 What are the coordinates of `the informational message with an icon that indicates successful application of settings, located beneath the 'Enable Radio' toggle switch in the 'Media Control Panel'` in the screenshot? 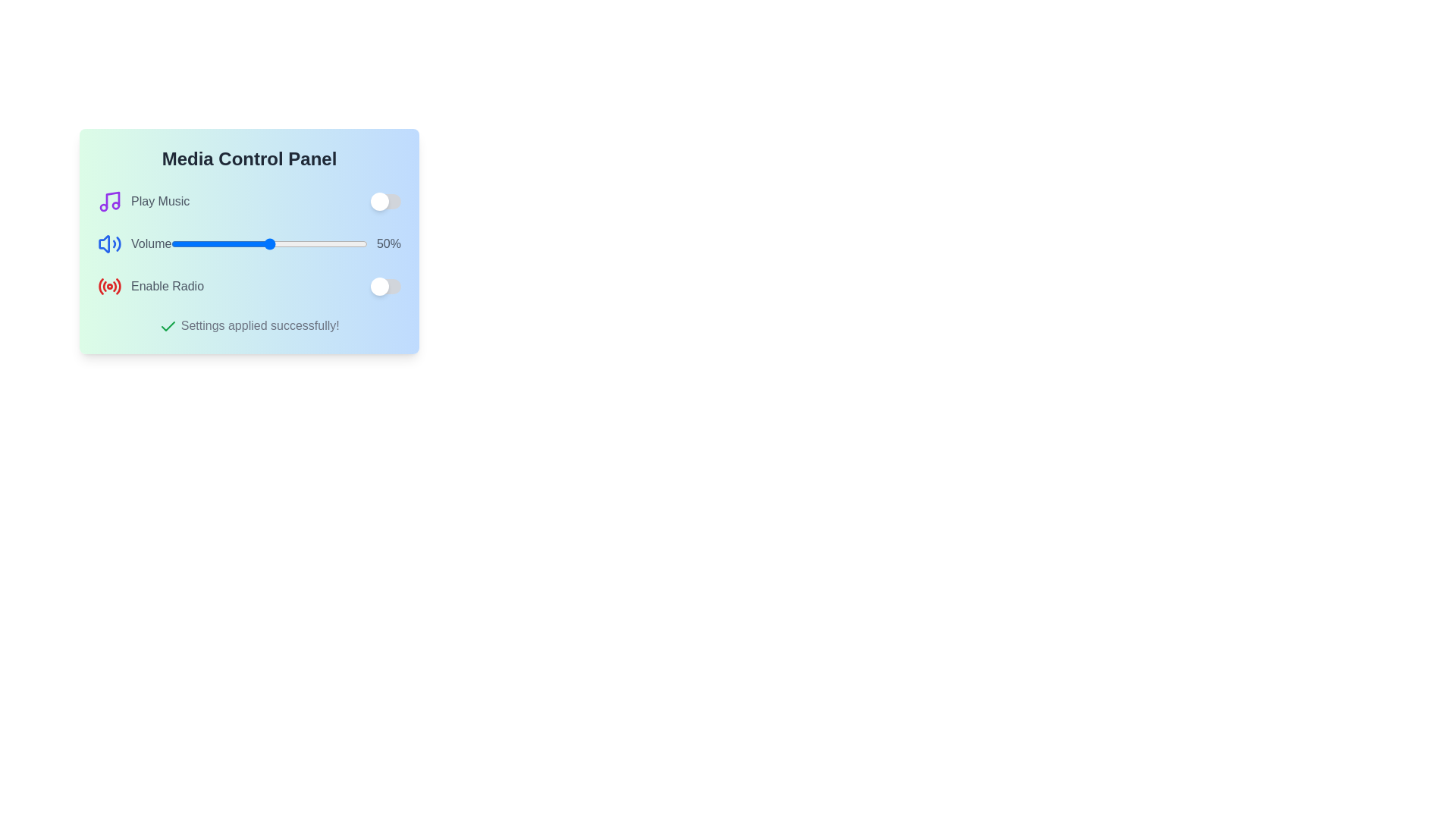 It's located at (249, 325).